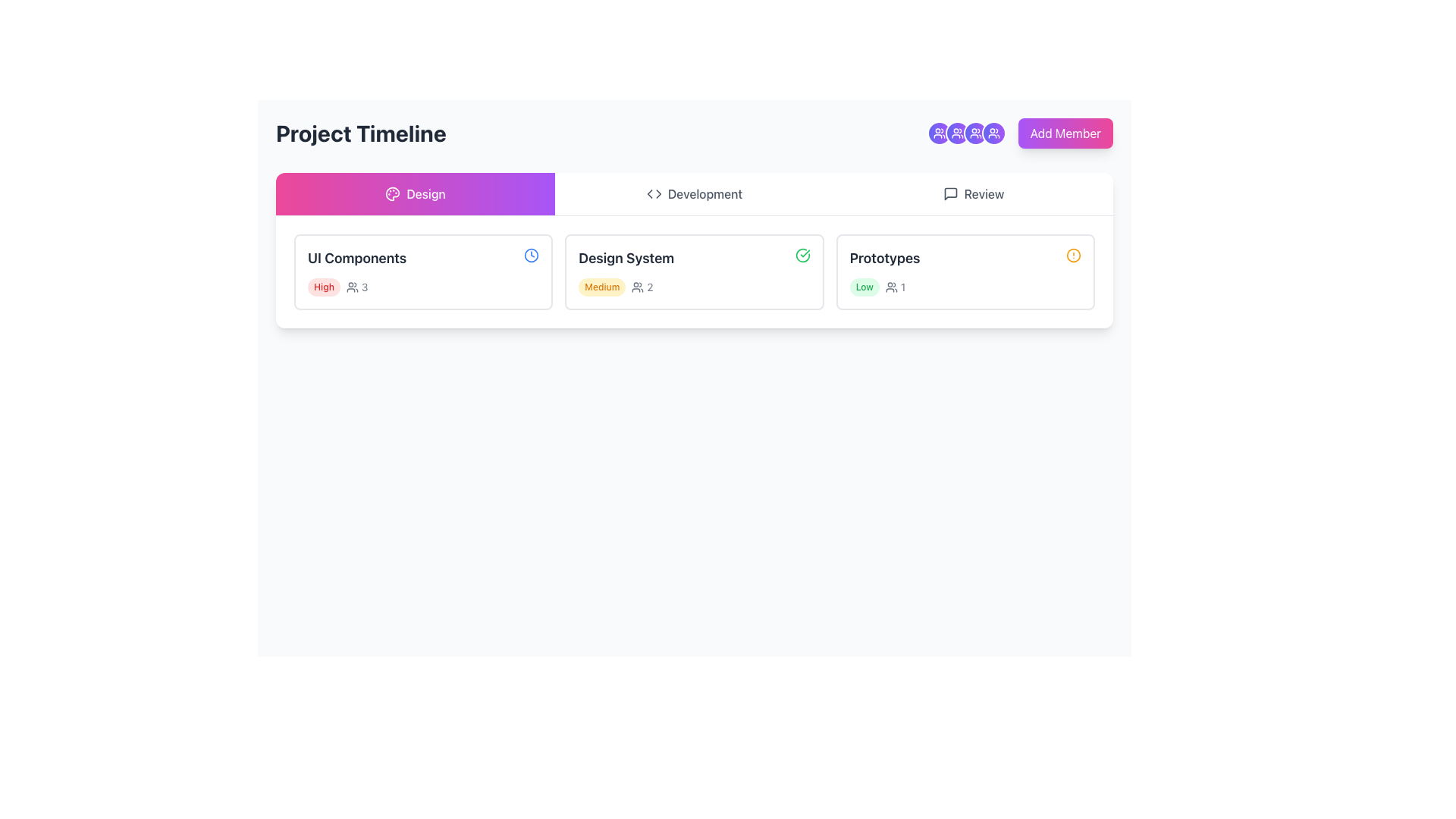 This screenshot has width=1456, height=819. I want to click on the Text with icon component that displays the number '2' representing team members in the 'Design System' card, located in the 'Project Timeline' section, to the right of the 'Medium' priority label, so click(642, 287).